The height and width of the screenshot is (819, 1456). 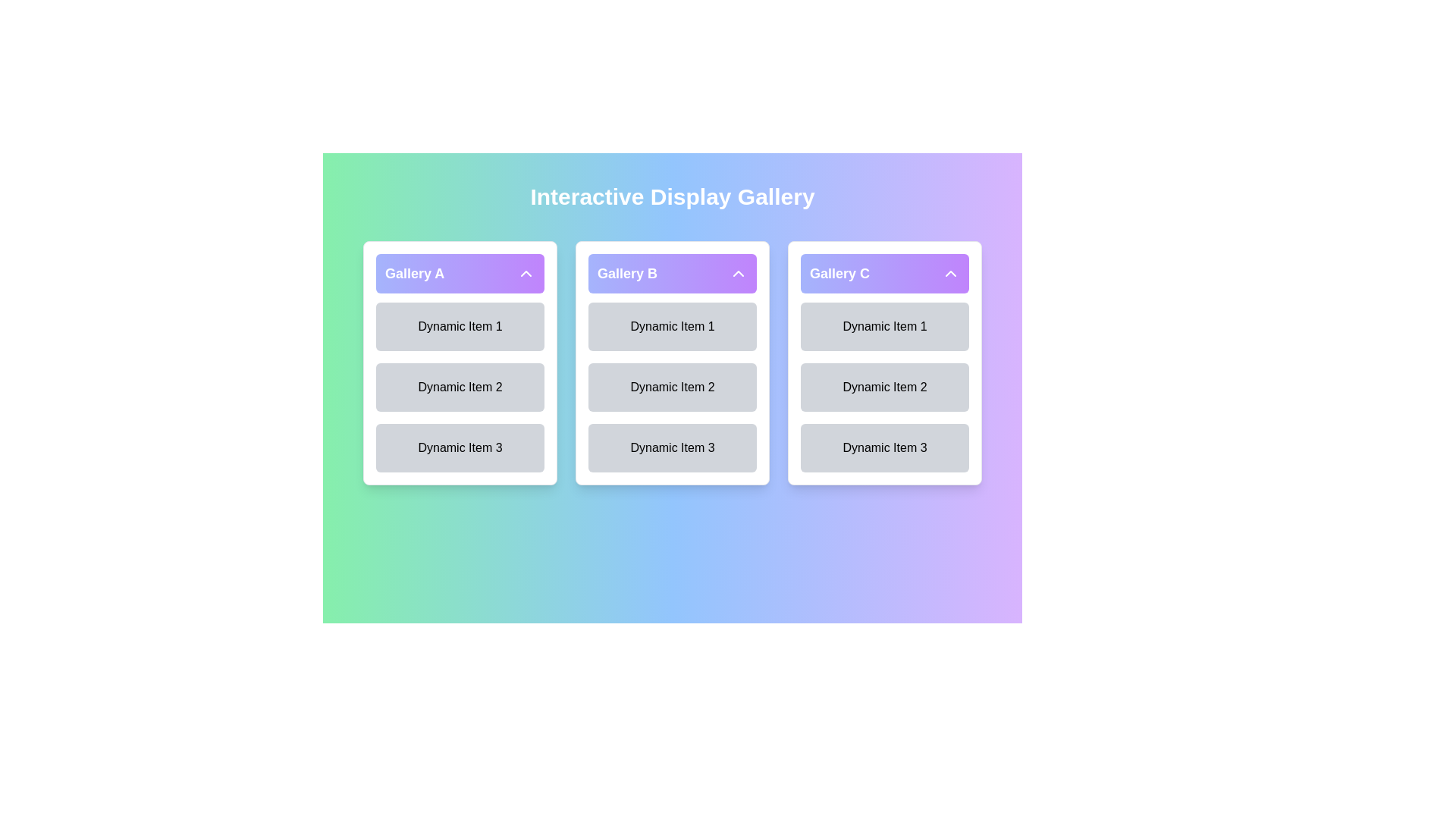 What do you see at coordinates (839, 274) in the screenshot?
I see `the text label displaying 'Gallery C' in bold, white letters with a gradient background` at bounding box center [839, 274].